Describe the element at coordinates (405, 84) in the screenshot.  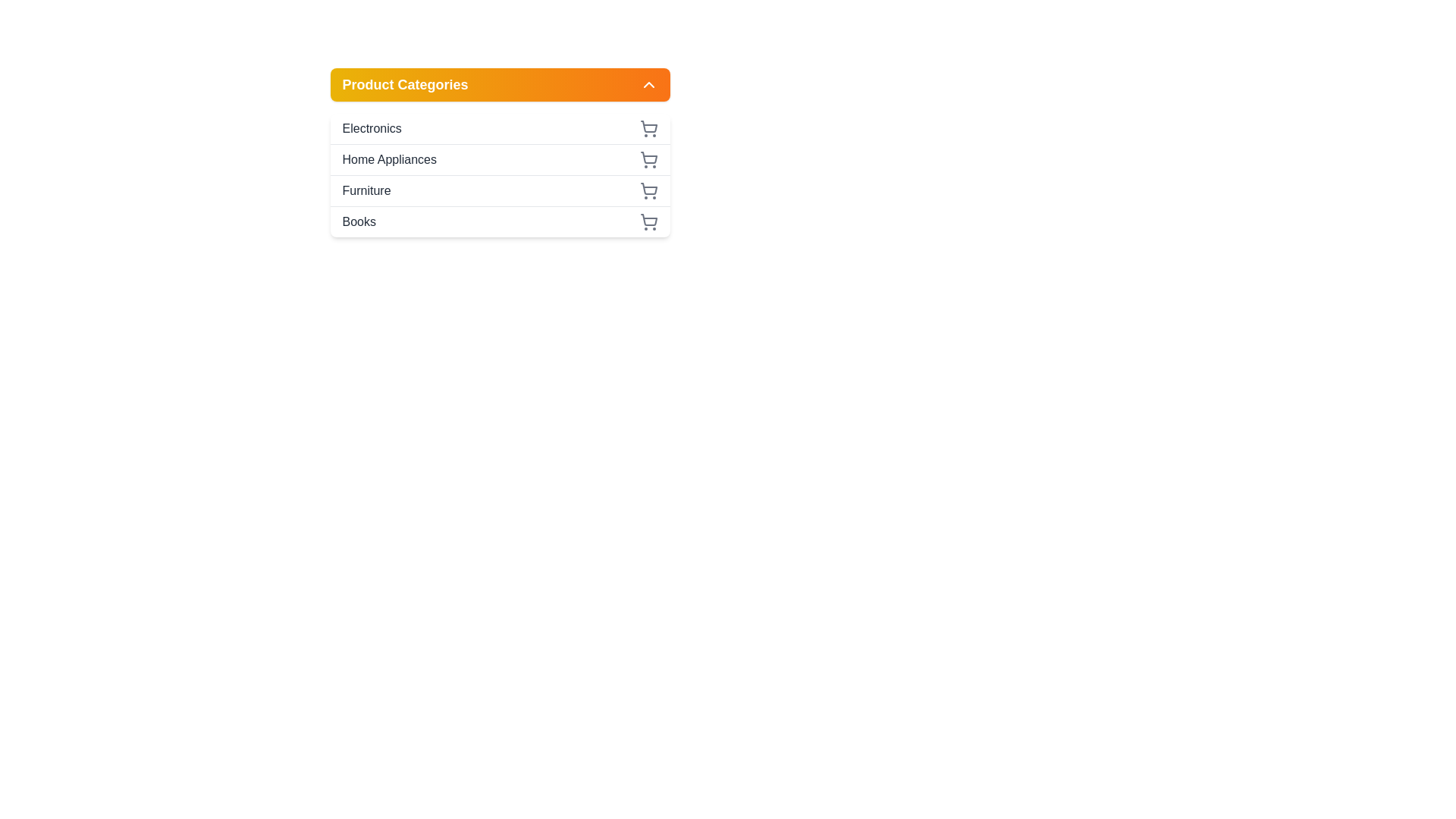
I see `the 'Product Categories' text label which is displayed in bold white font on a gradient background from yellow to orange` at that location.